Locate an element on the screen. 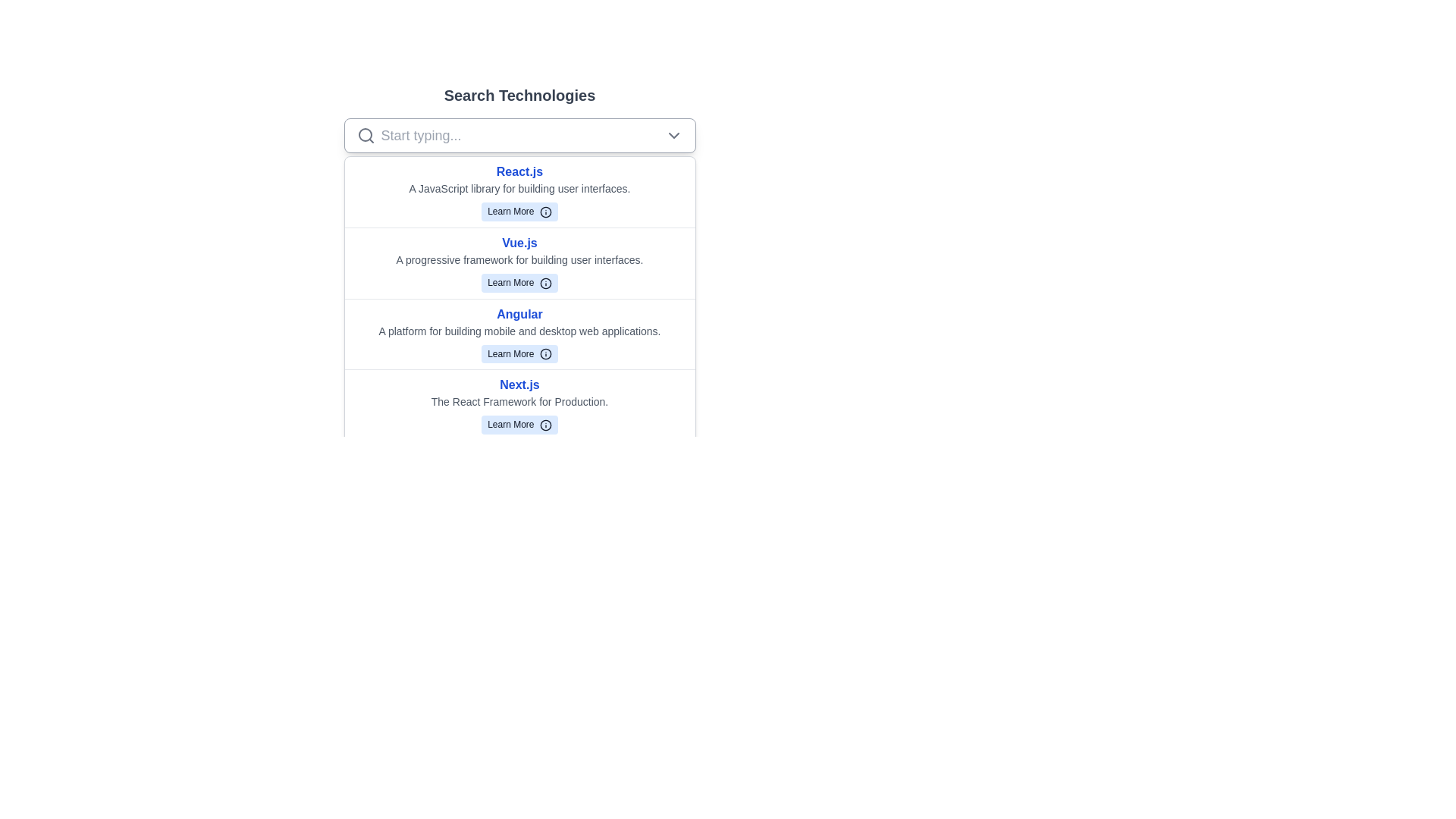  the text label that describes the 'Next.js' framework, positioned below the 'Next.js' title and above the 'Learn More' button is located at coordinates (519, 401).